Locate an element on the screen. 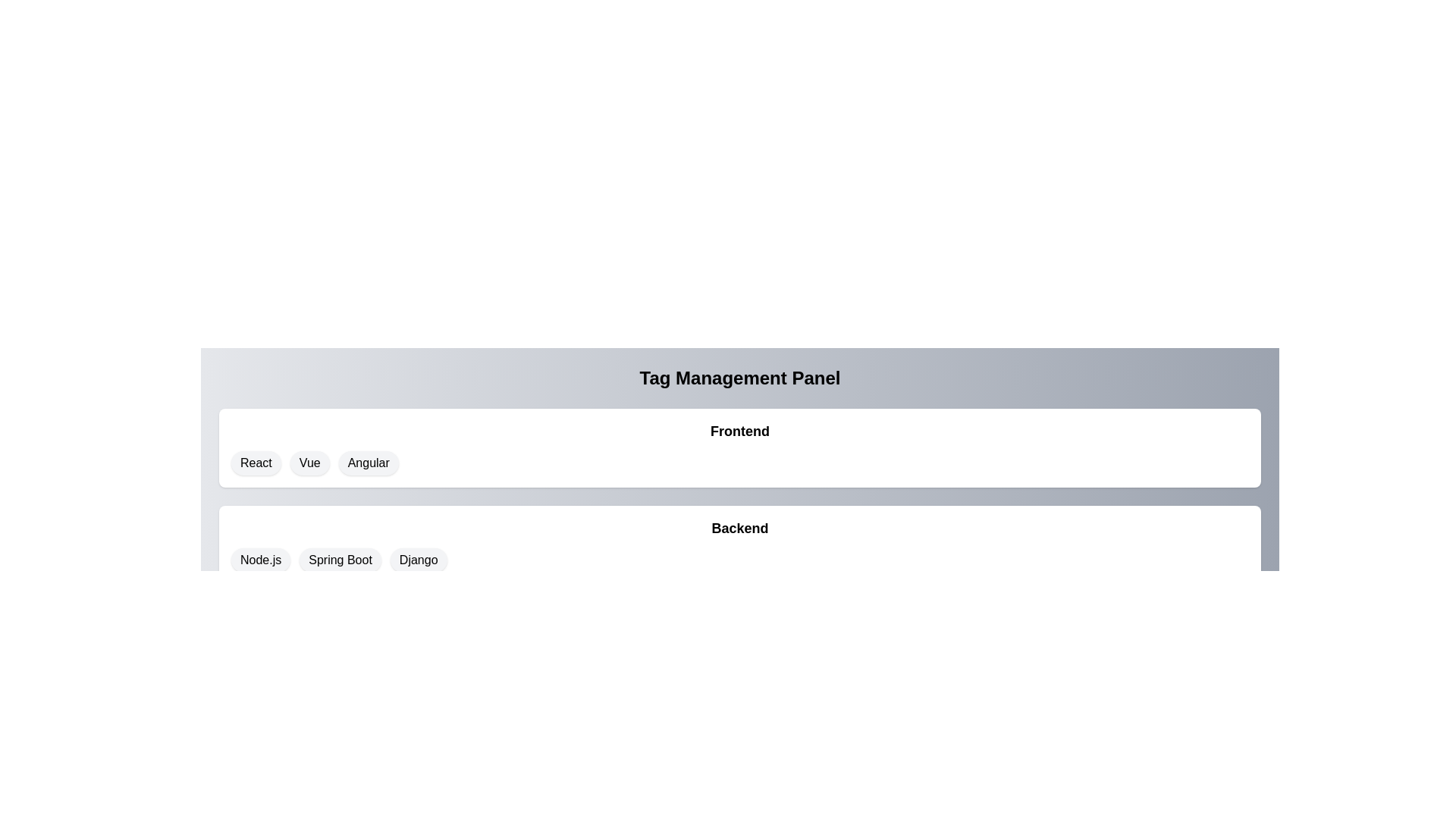  the first badge-like button representing 'Node.js' in the Backend section is located at coordinates (261, 560).